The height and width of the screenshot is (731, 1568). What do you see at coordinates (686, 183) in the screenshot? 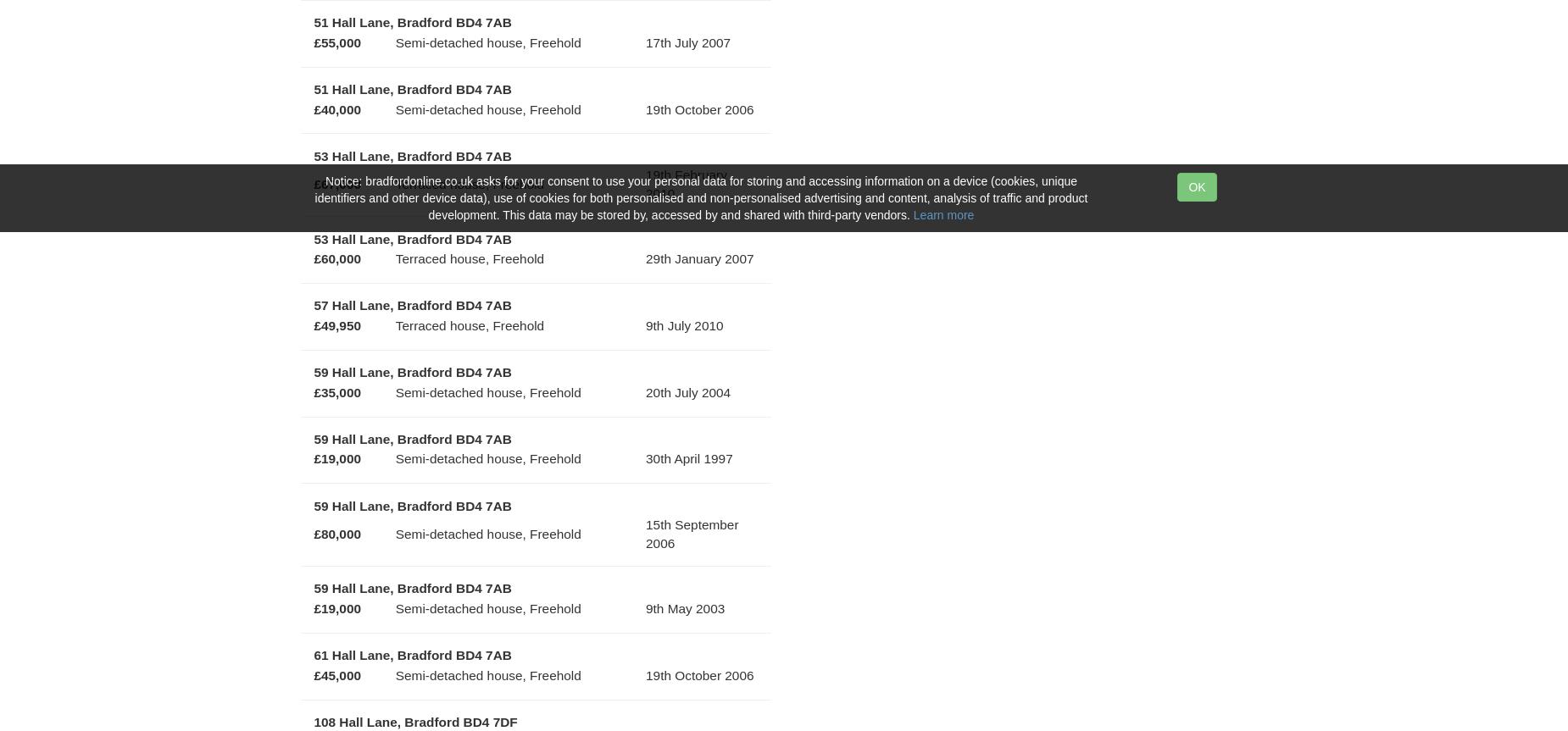
I see `'19th February 2010'` at bounding box center [686, 183].